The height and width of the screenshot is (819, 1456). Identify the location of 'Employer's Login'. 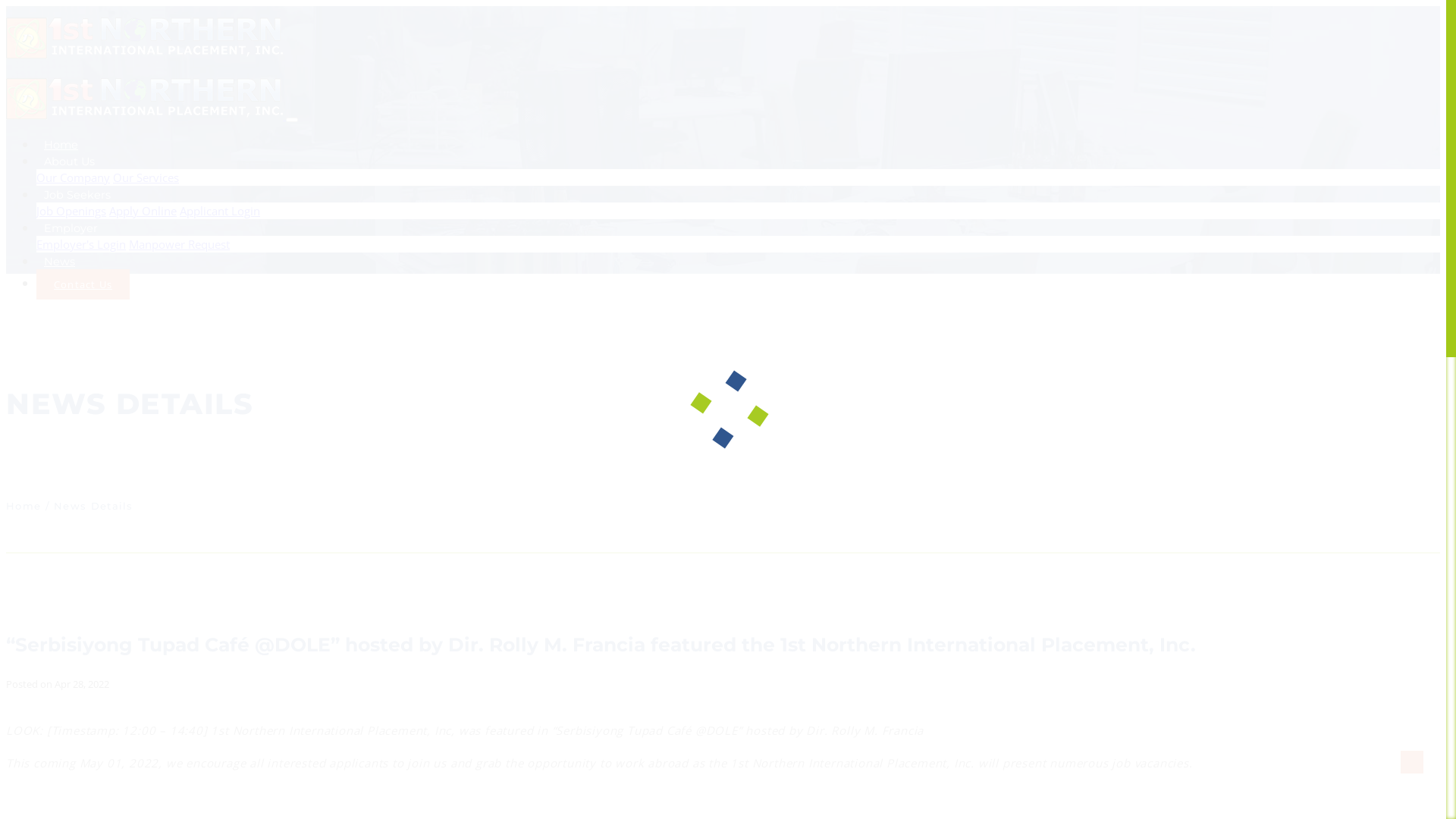
(80, 243).